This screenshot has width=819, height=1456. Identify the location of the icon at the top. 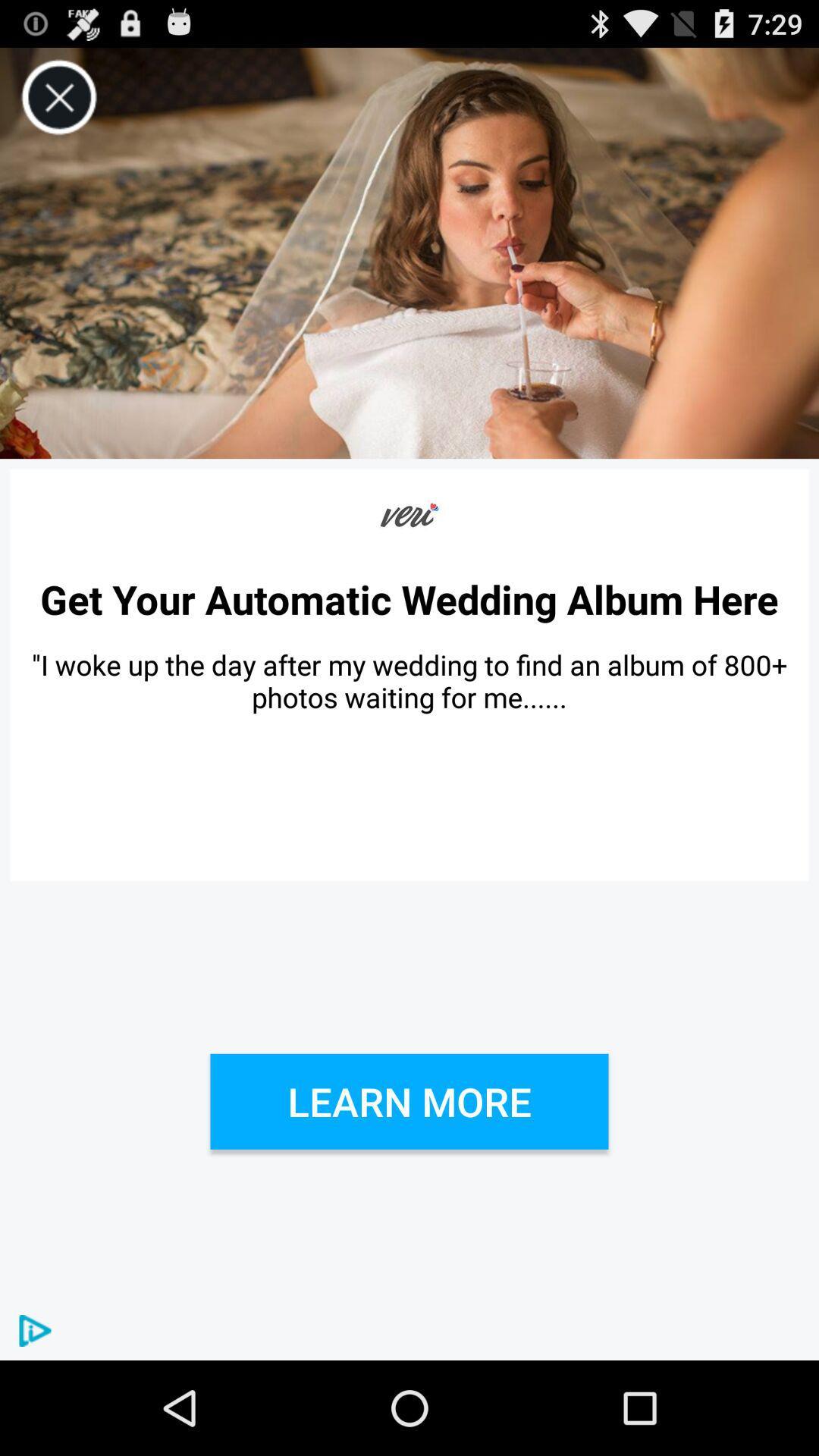
(409, 253).